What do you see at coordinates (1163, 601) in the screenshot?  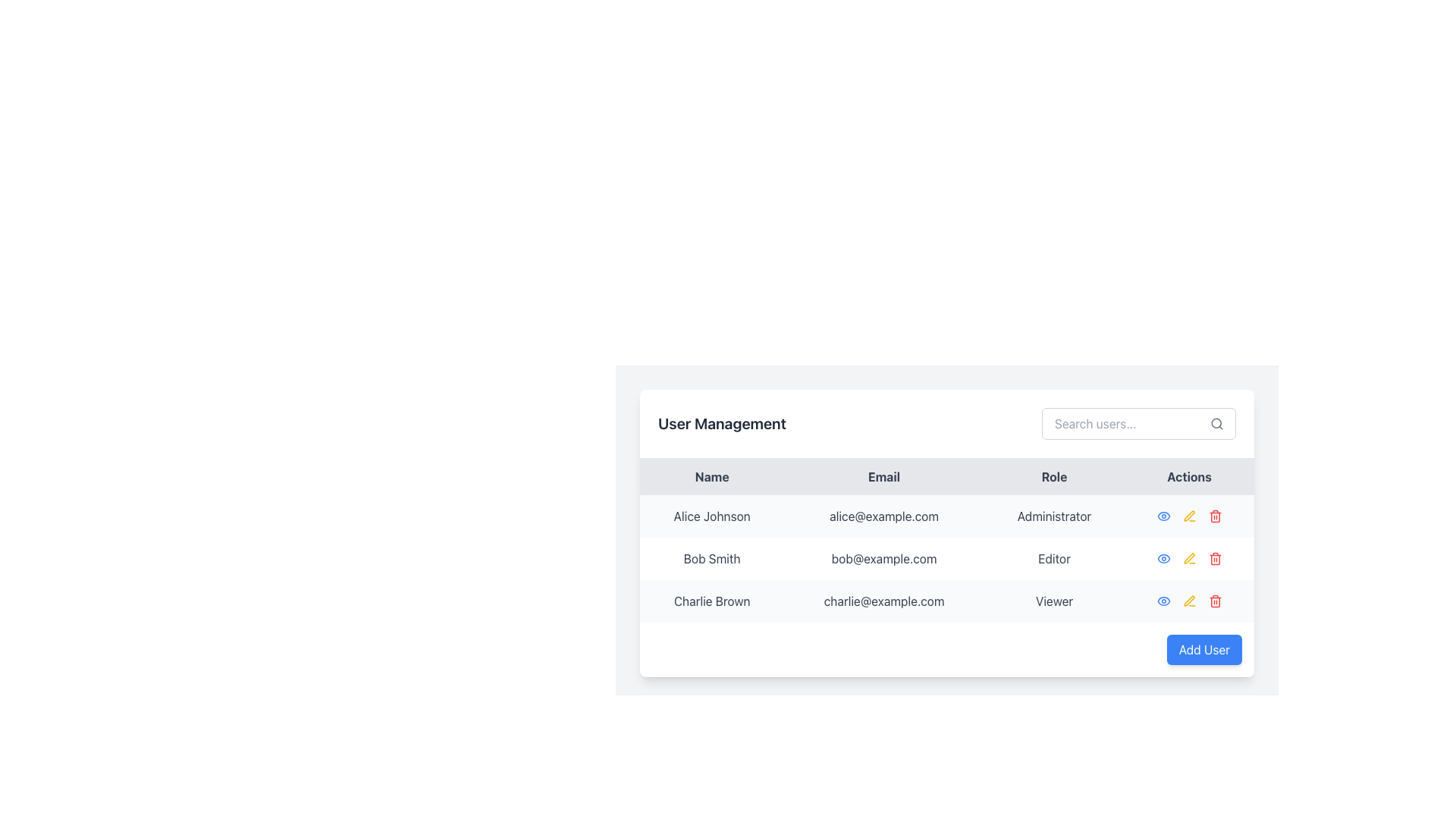 I see `the view action icon button located in the 'Actions' column of the first user row in the table to potentially display a tooltip` at bounding box center [1163, 601].